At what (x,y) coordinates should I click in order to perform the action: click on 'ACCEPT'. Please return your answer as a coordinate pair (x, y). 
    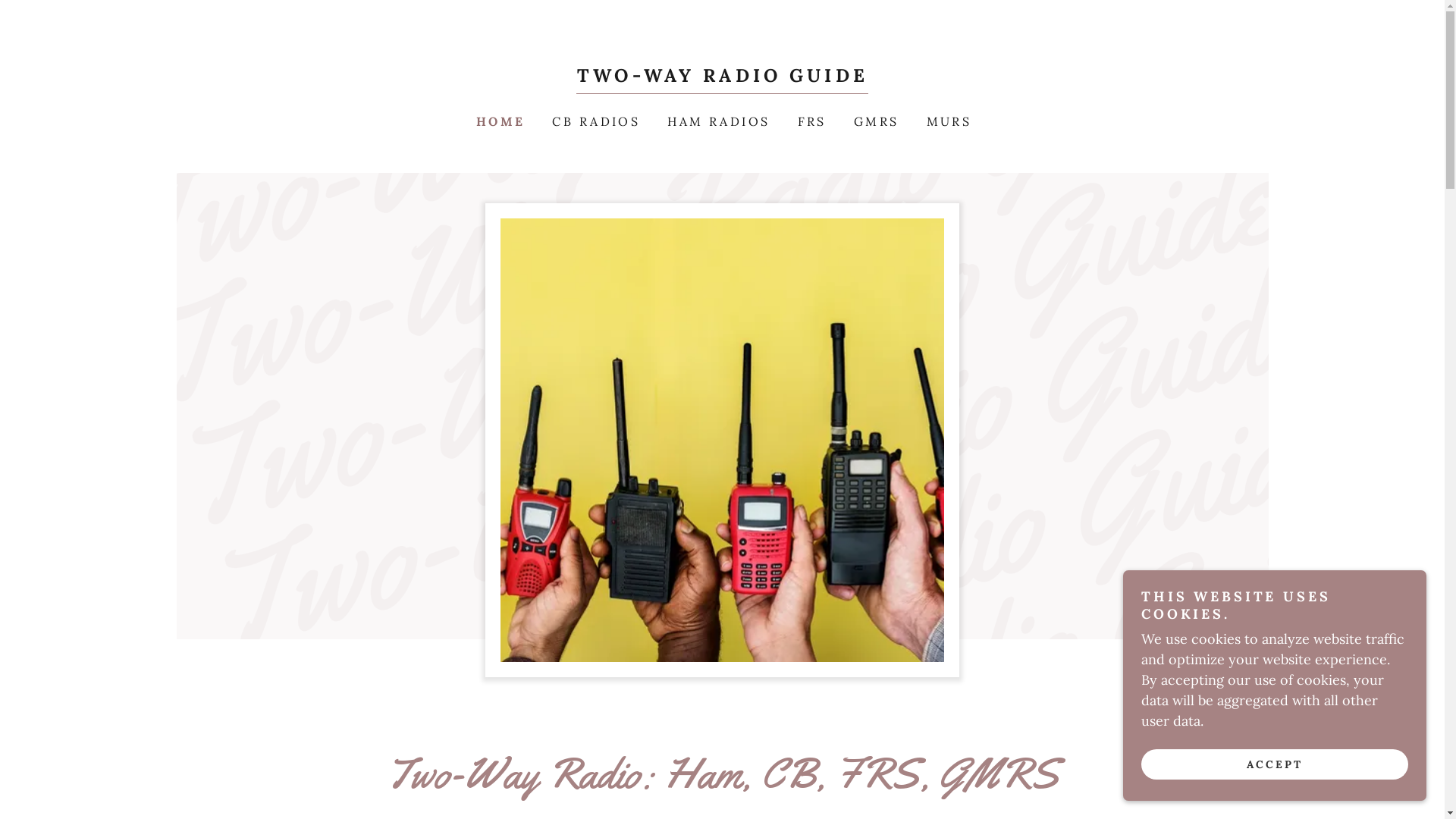
    Looking at the image, I should click on (1274, 764).